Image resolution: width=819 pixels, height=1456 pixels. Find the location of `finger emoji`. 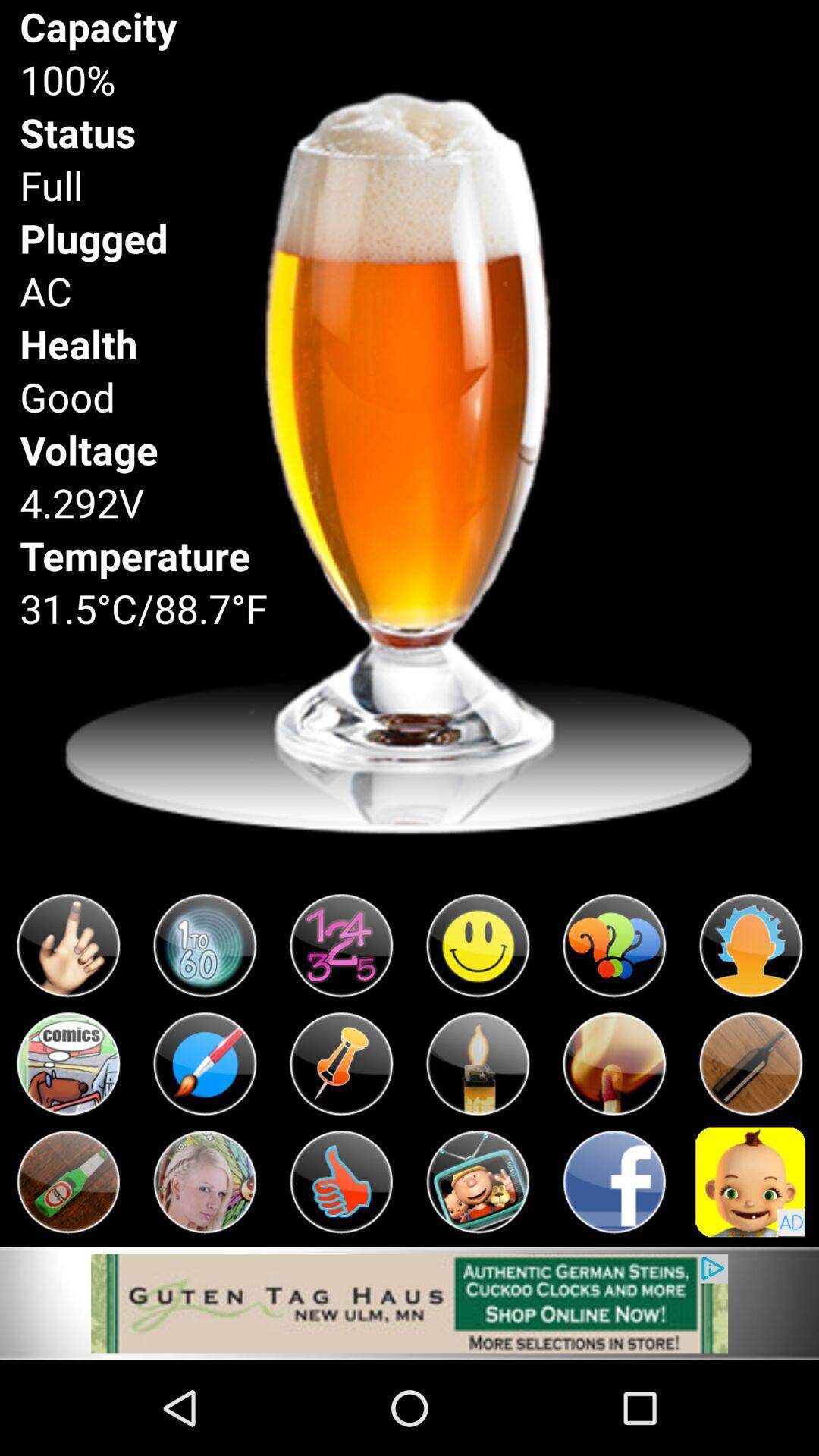

finger emoji is located at coordinates (67, 945).